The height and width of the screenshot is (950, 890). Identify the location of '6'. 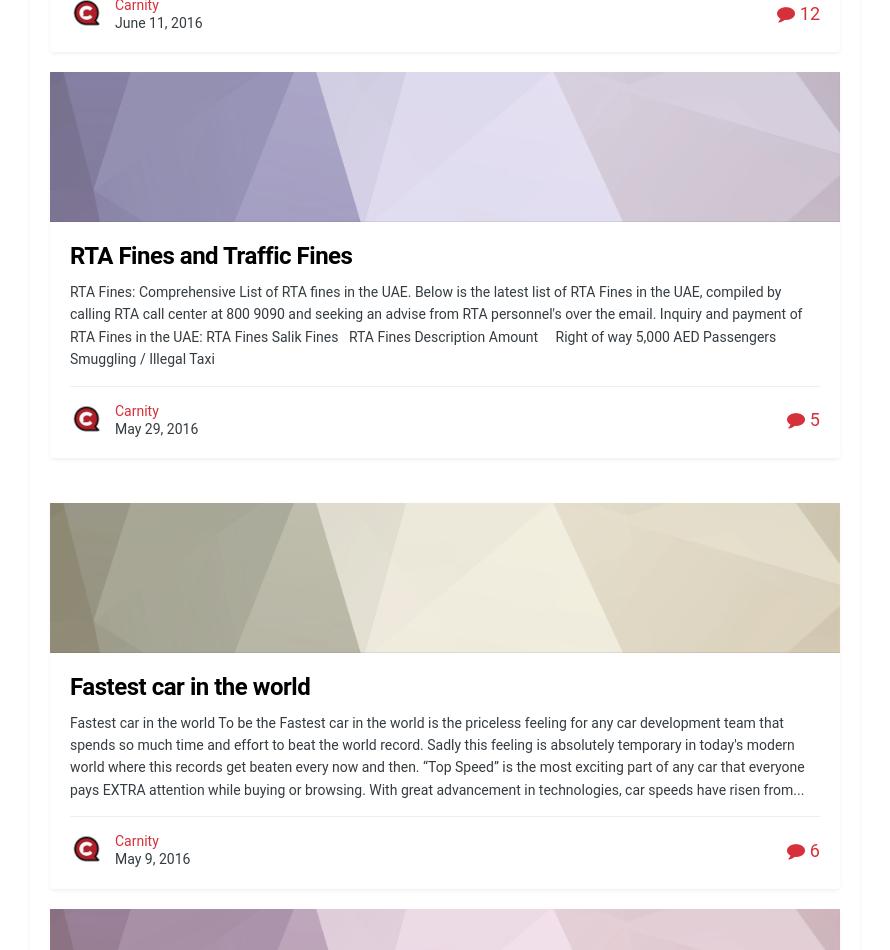
(805, 848).